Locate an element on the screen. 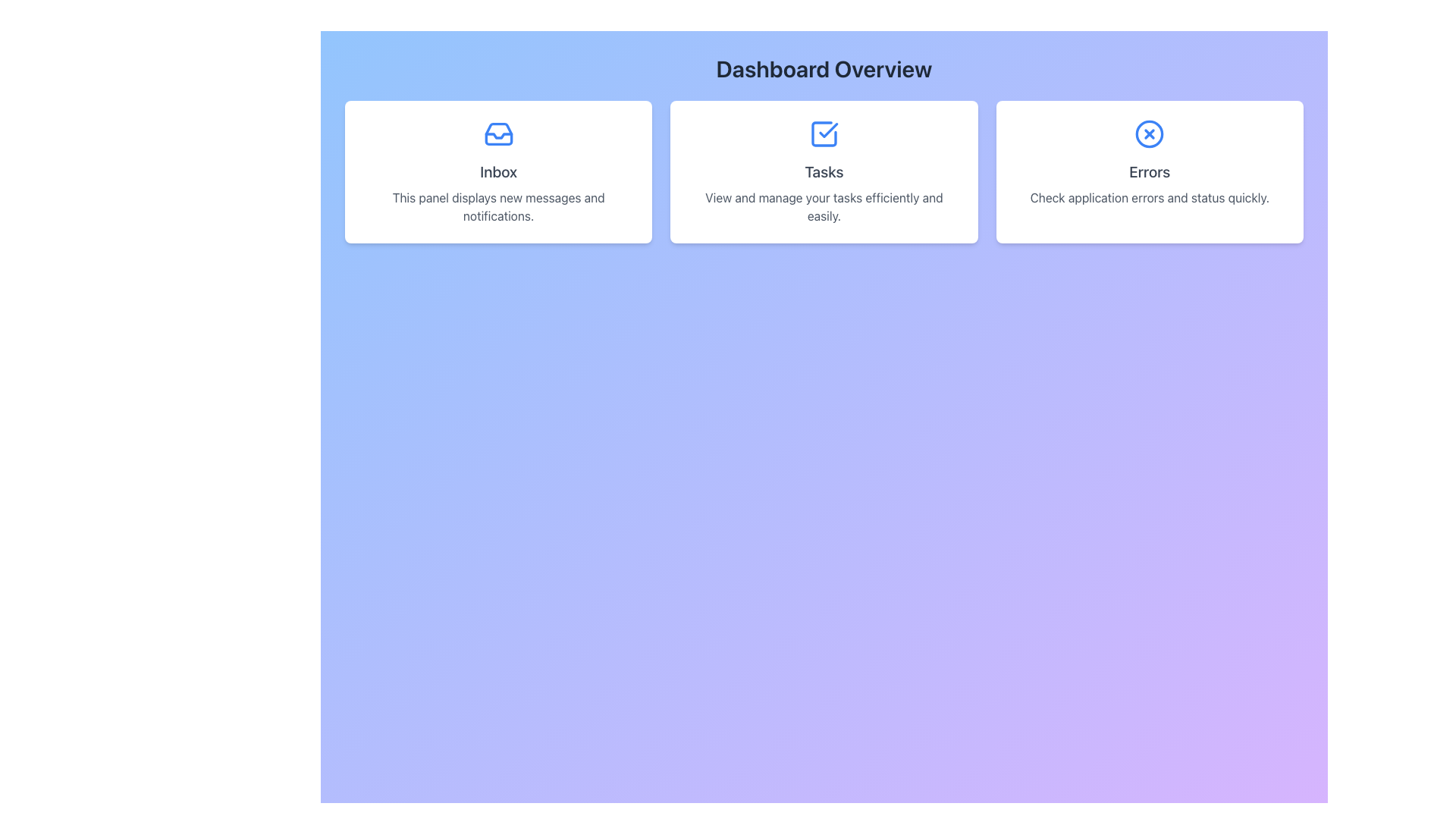  the 'Inbox' text label, which is a medium-sized, bold, gray text centrally aligned in a white panel with rounded corners is located at coordinates (498, 171).